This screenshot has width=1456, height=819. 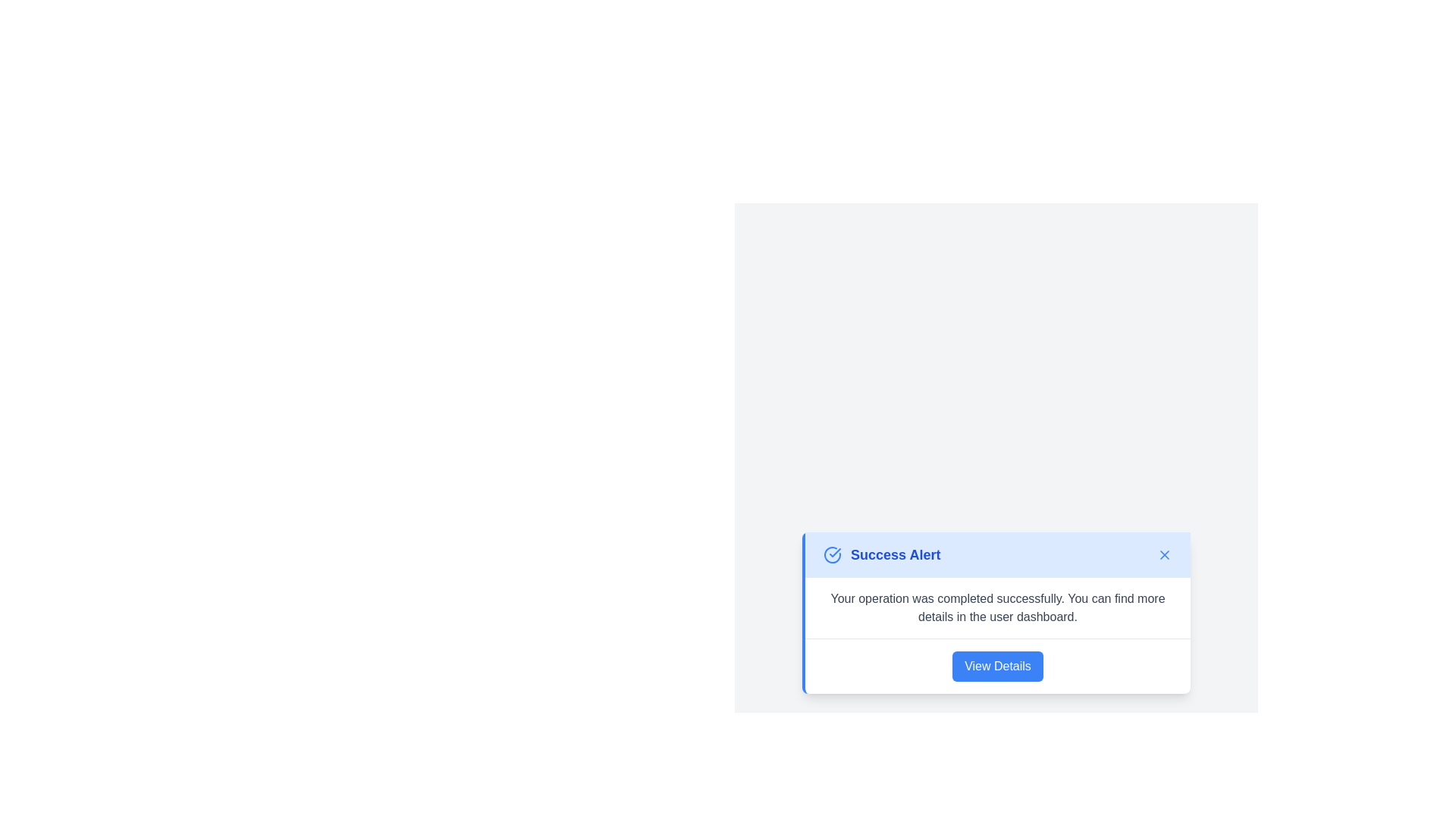 What do you see at coordinates (997, 607) in the screenshot?
I see `the success message displayed in the notification card, which is located below the 'Success Alert' heading and above the 'View Details' button` at bounding box center [997, 607].